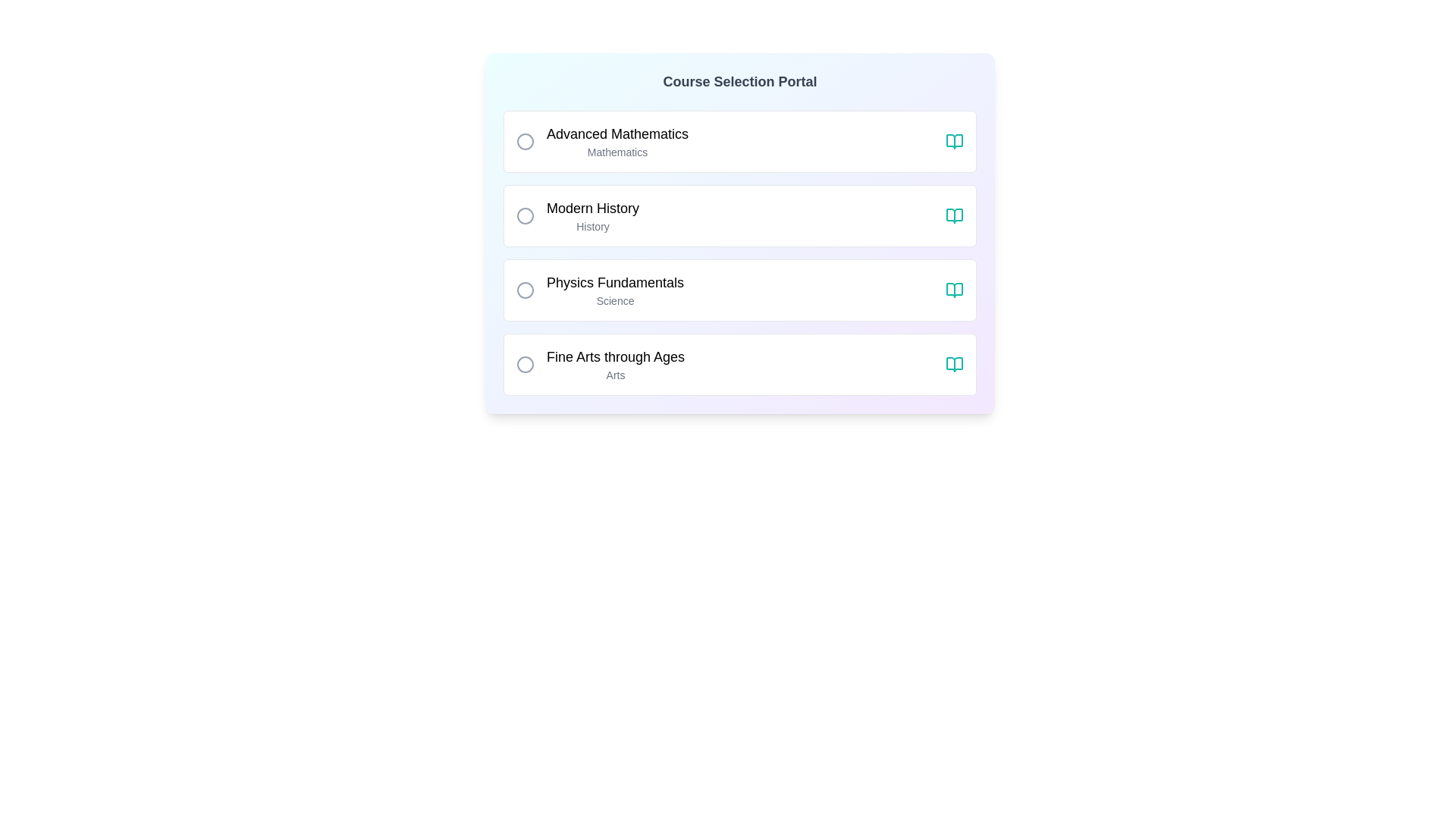  What do you see at coordinates (600, 365) in the screenshot?
I see `the last selectable option with a radio button labeled 'Fine Arts through Ages'` at bounding box center [600, 365].